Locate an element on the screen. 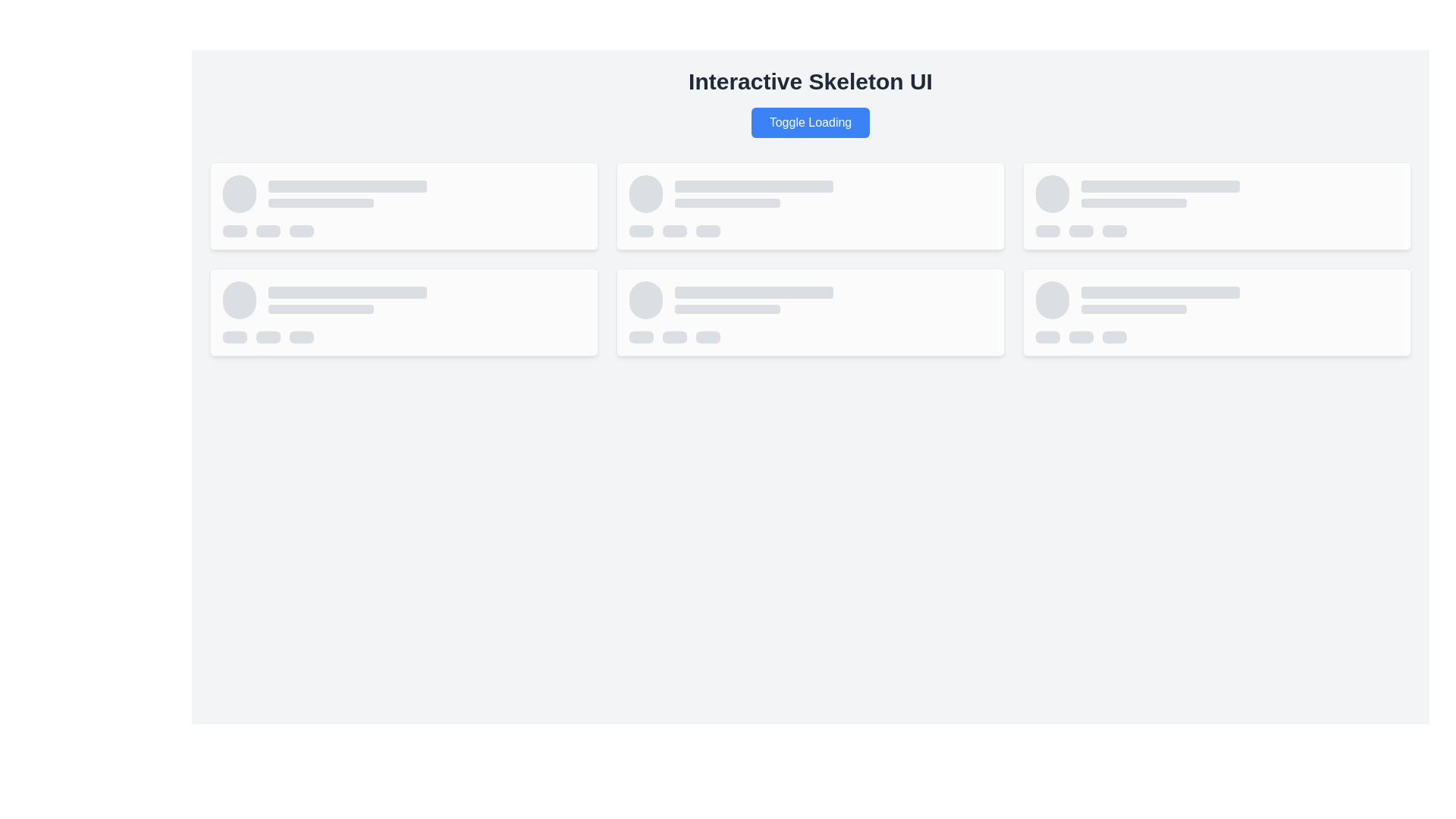  the Placeholder component, which consists of two horizontally aligned gray bars with rounded edges located in the top-right card area of the interface is located at coordinates (1239, 193).